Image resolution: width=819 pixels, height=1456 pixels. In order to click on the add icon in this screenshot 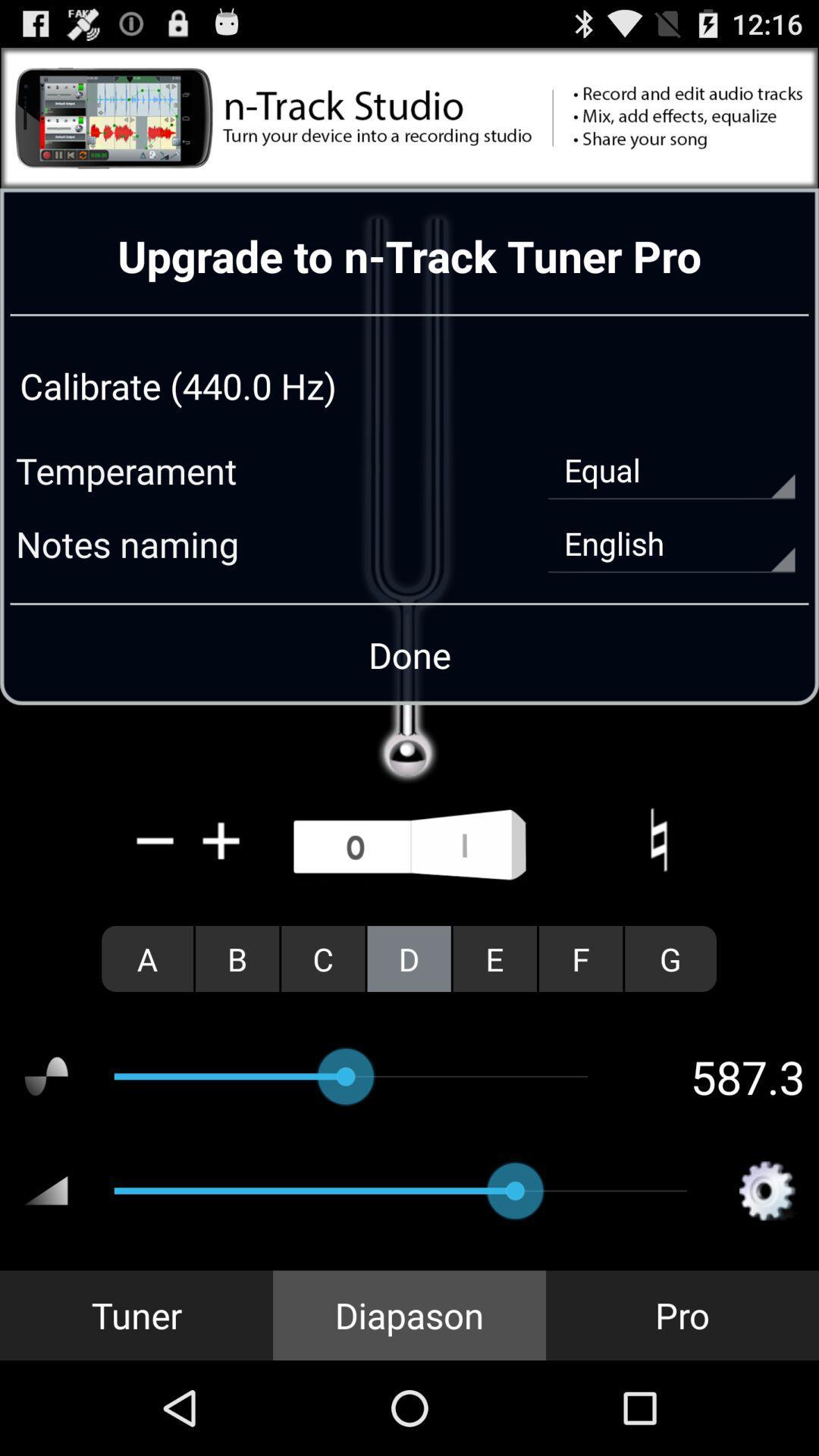, I will do `click(221, 899)`.